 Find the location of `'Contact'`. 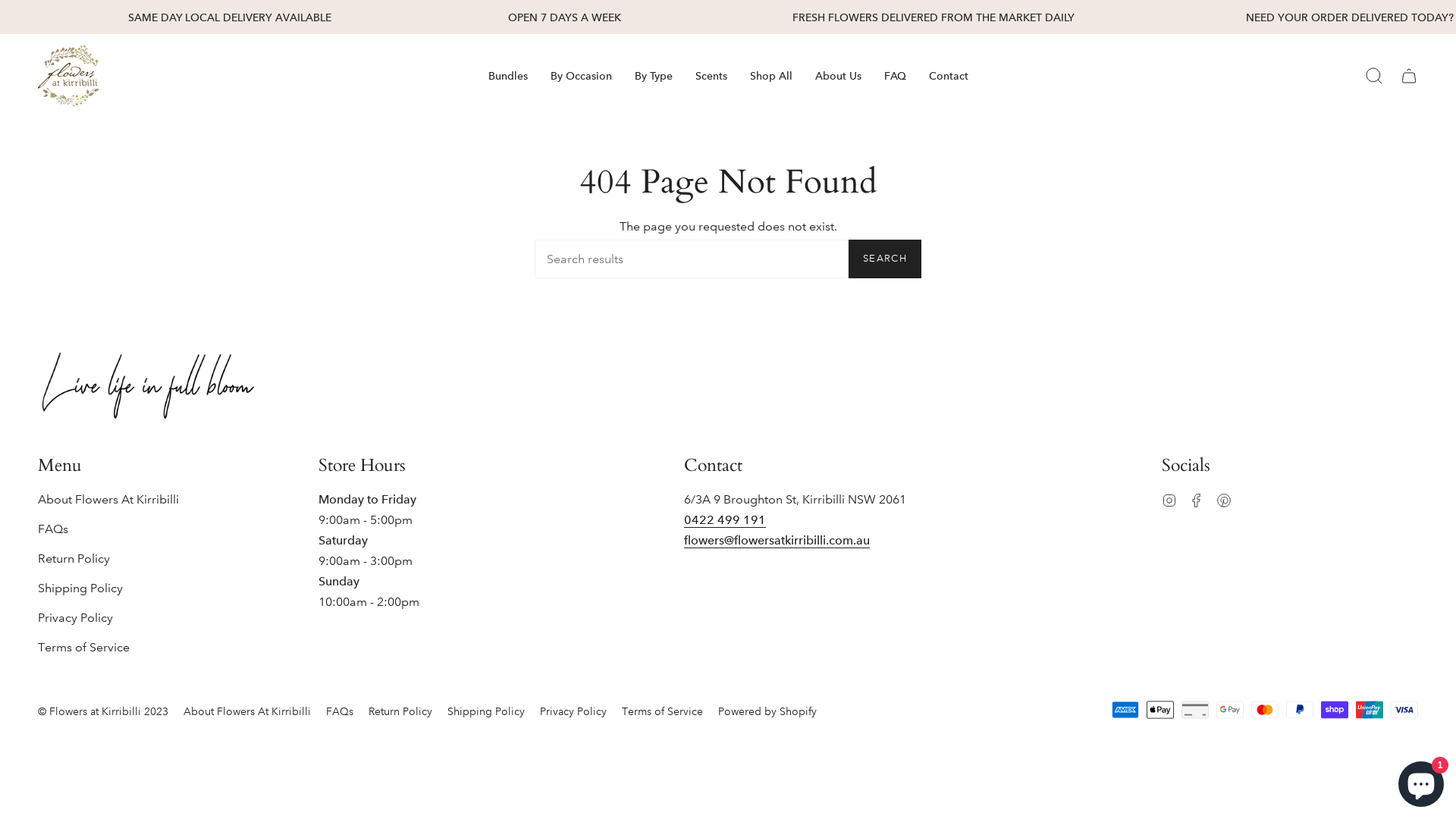

'Contact' is located at coordinates (916, 76).